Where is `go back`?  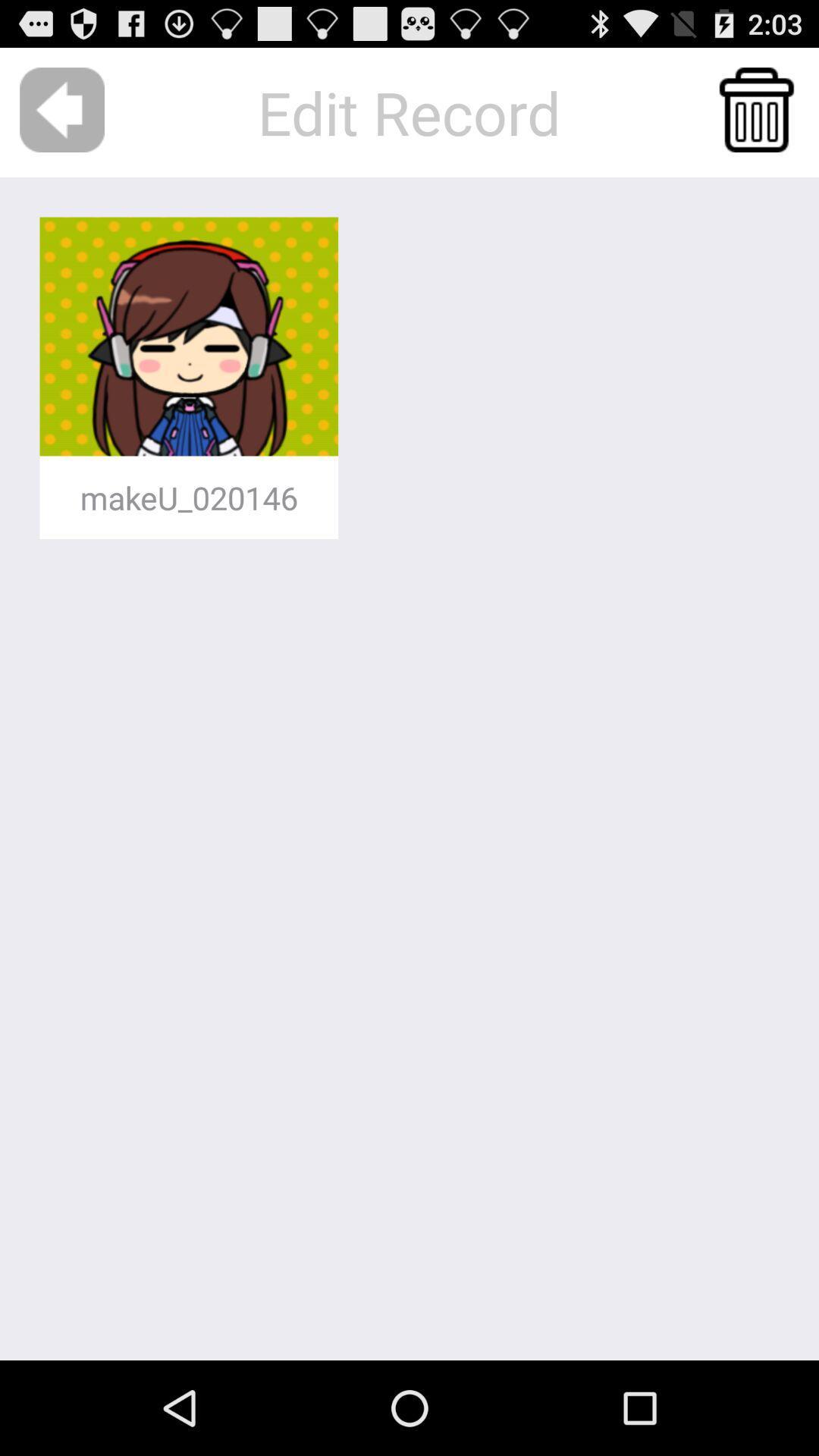 go back is located at coordinates (61, 109).